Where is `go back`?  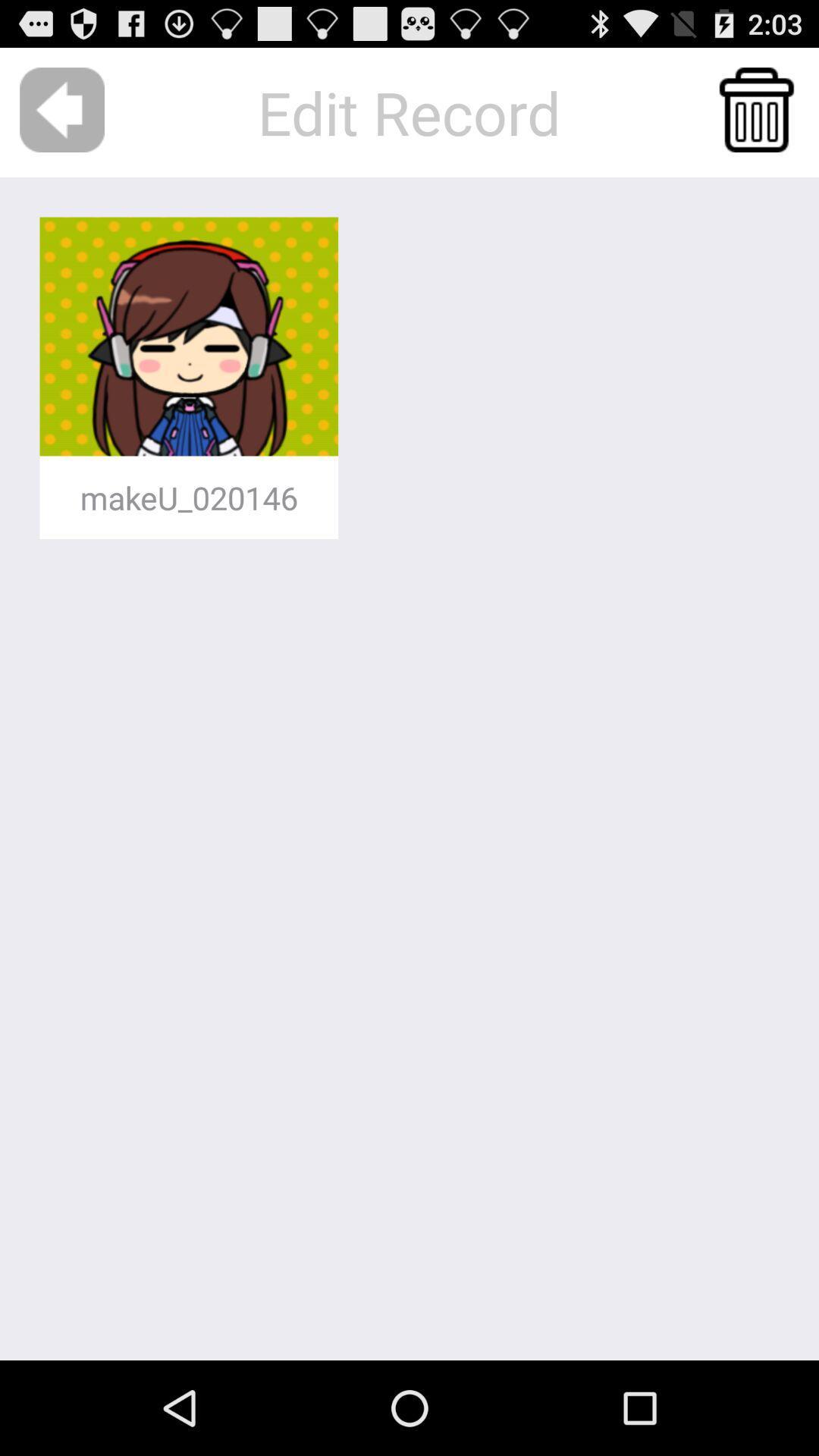 go back is located at coordinates (61, 109).